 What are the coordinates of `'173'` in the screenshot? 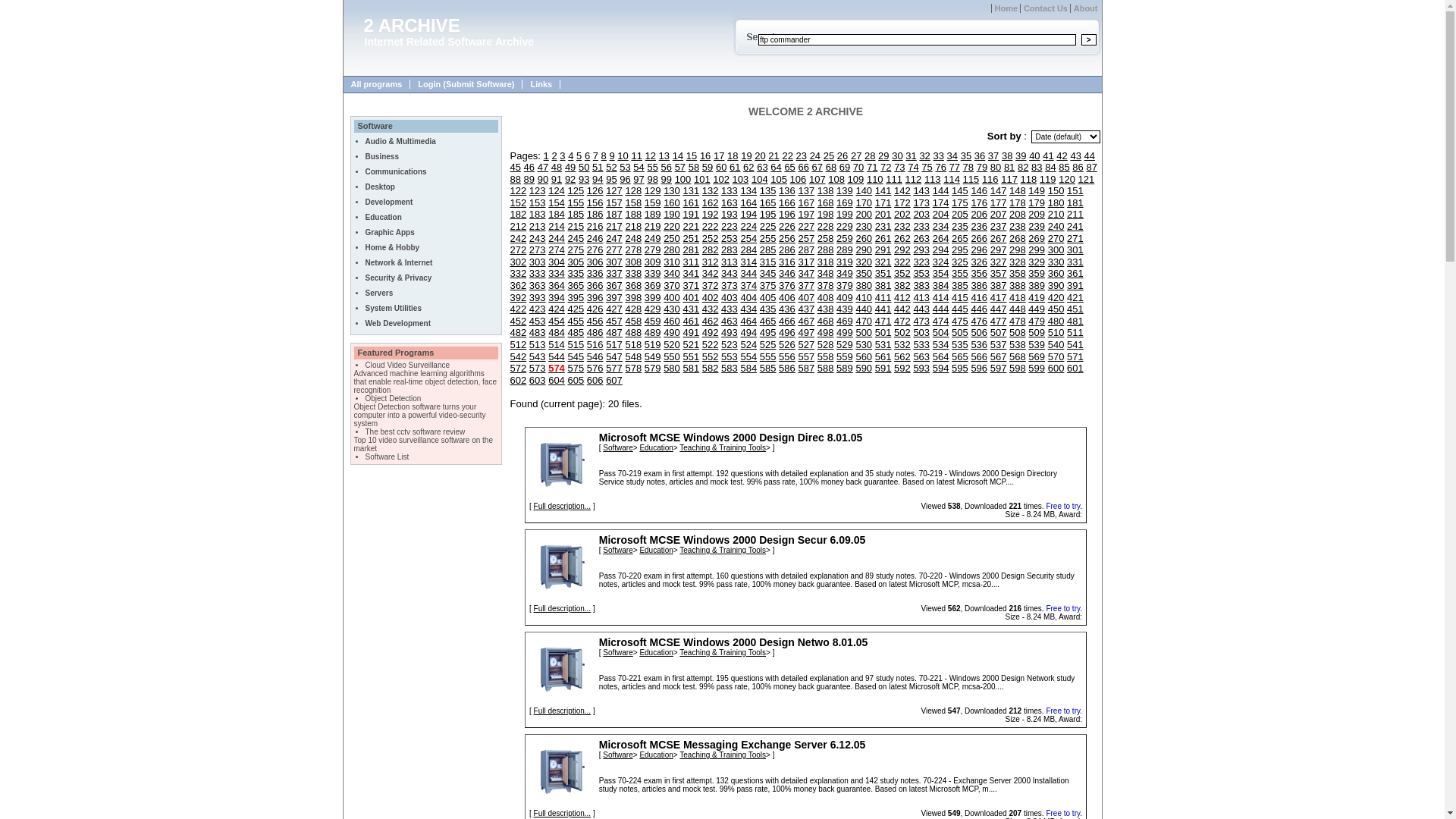 It's located at (920, 202).